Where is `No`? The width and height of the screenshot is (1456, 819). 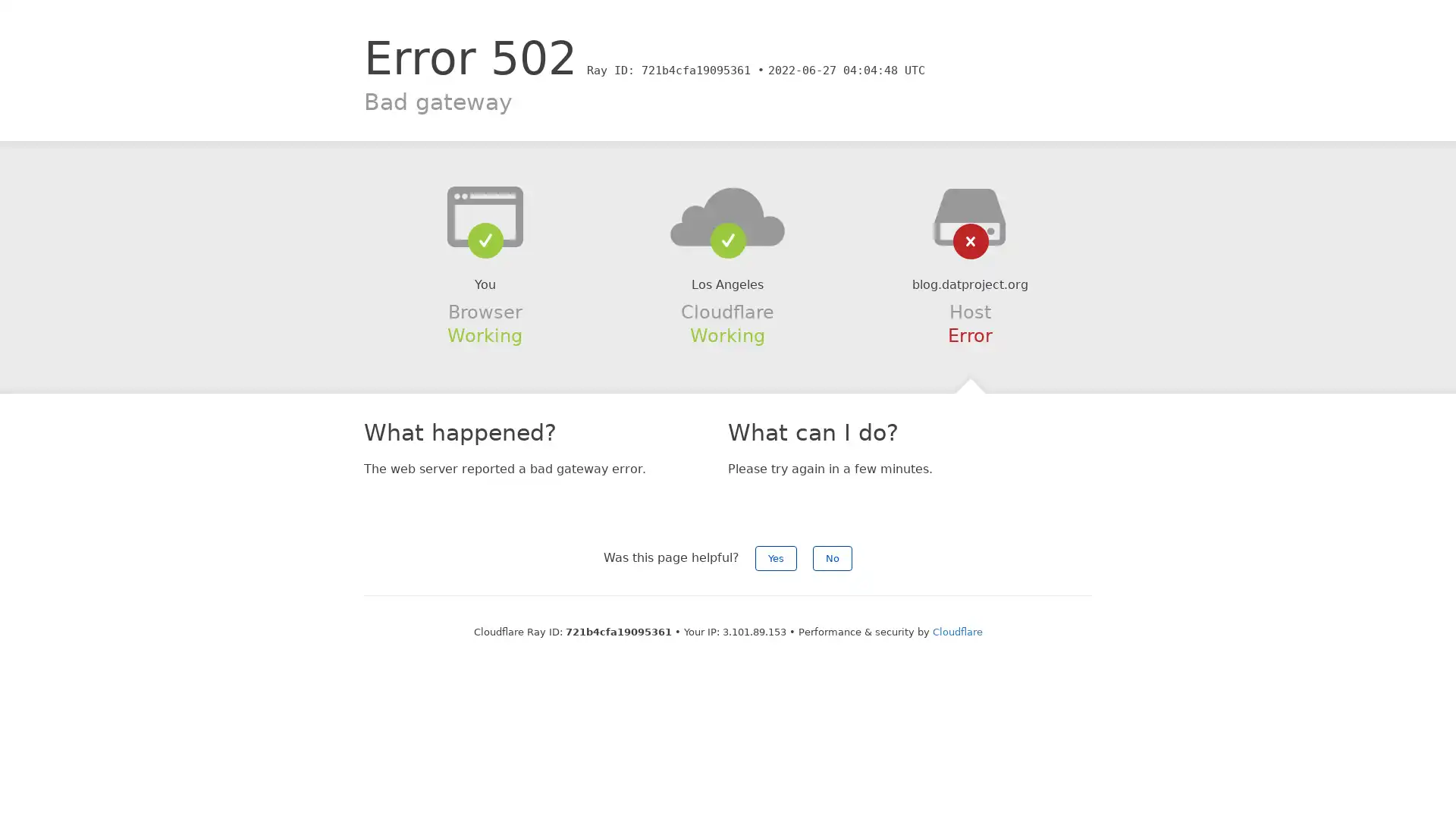
No is located at coordinates (832, 558).